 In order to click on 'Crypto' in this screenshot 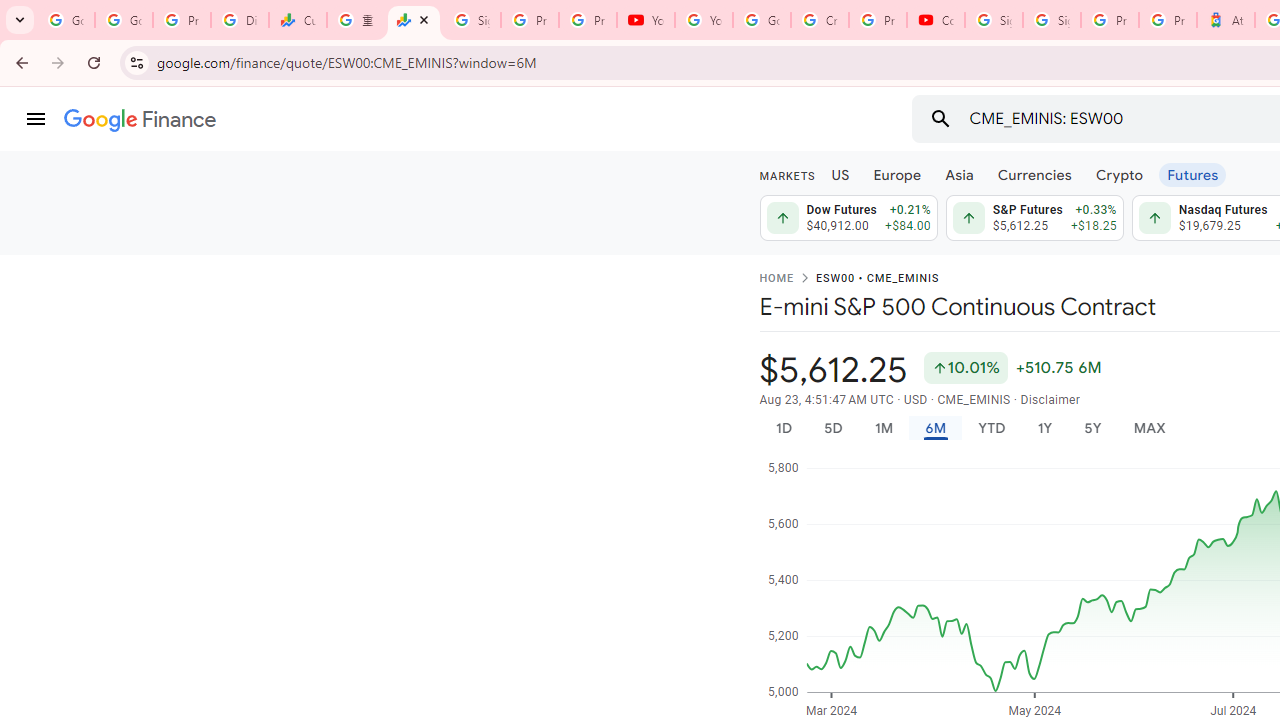, I will do `click(1118, 173)`.